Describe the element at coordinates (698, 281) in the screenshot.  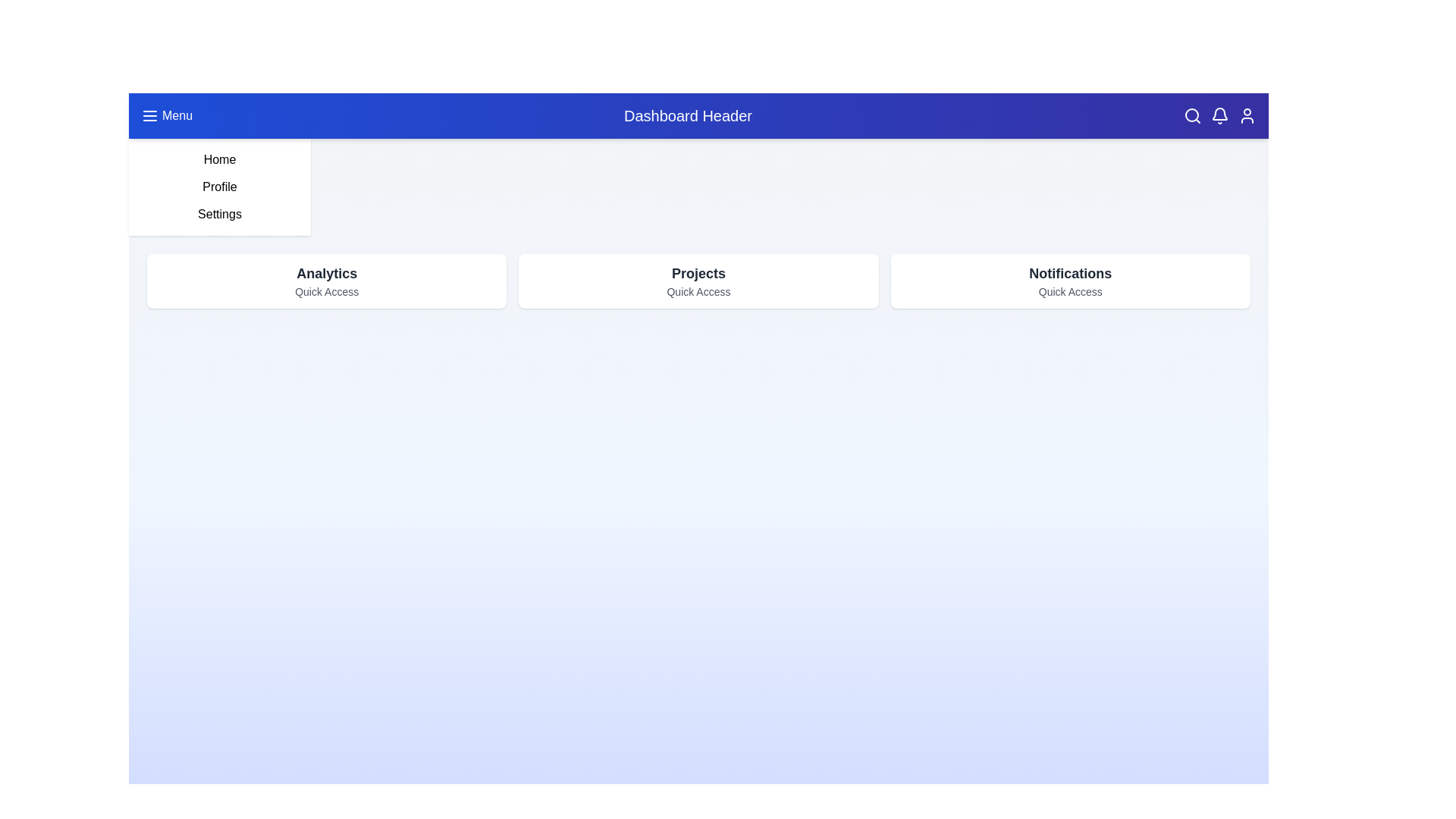
I see `the quick access card labeled Projects` at that location.